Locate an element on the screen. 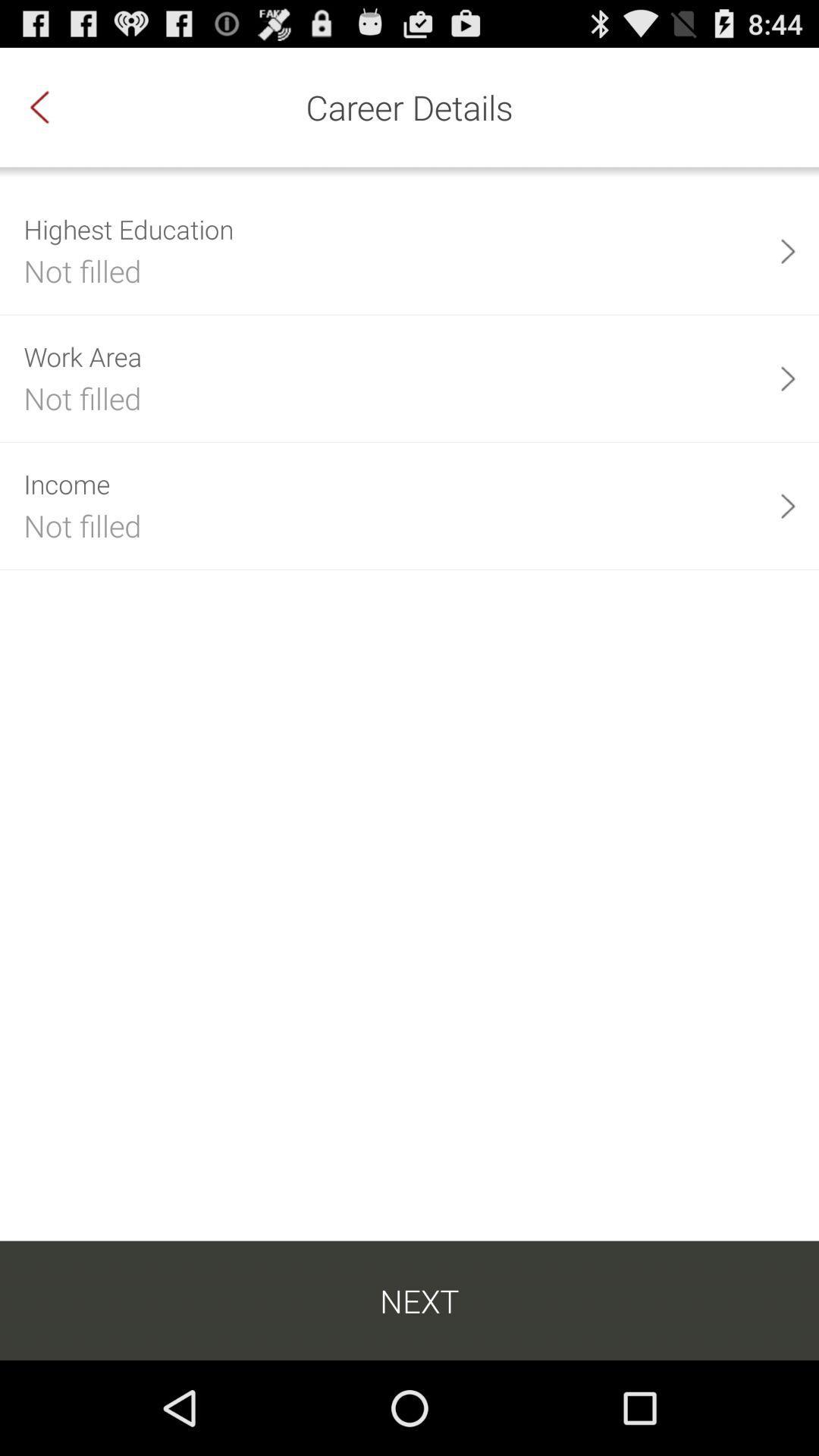 The image size is (819, 1456). icon to the left of career details item is located at coordinates (55, 106).